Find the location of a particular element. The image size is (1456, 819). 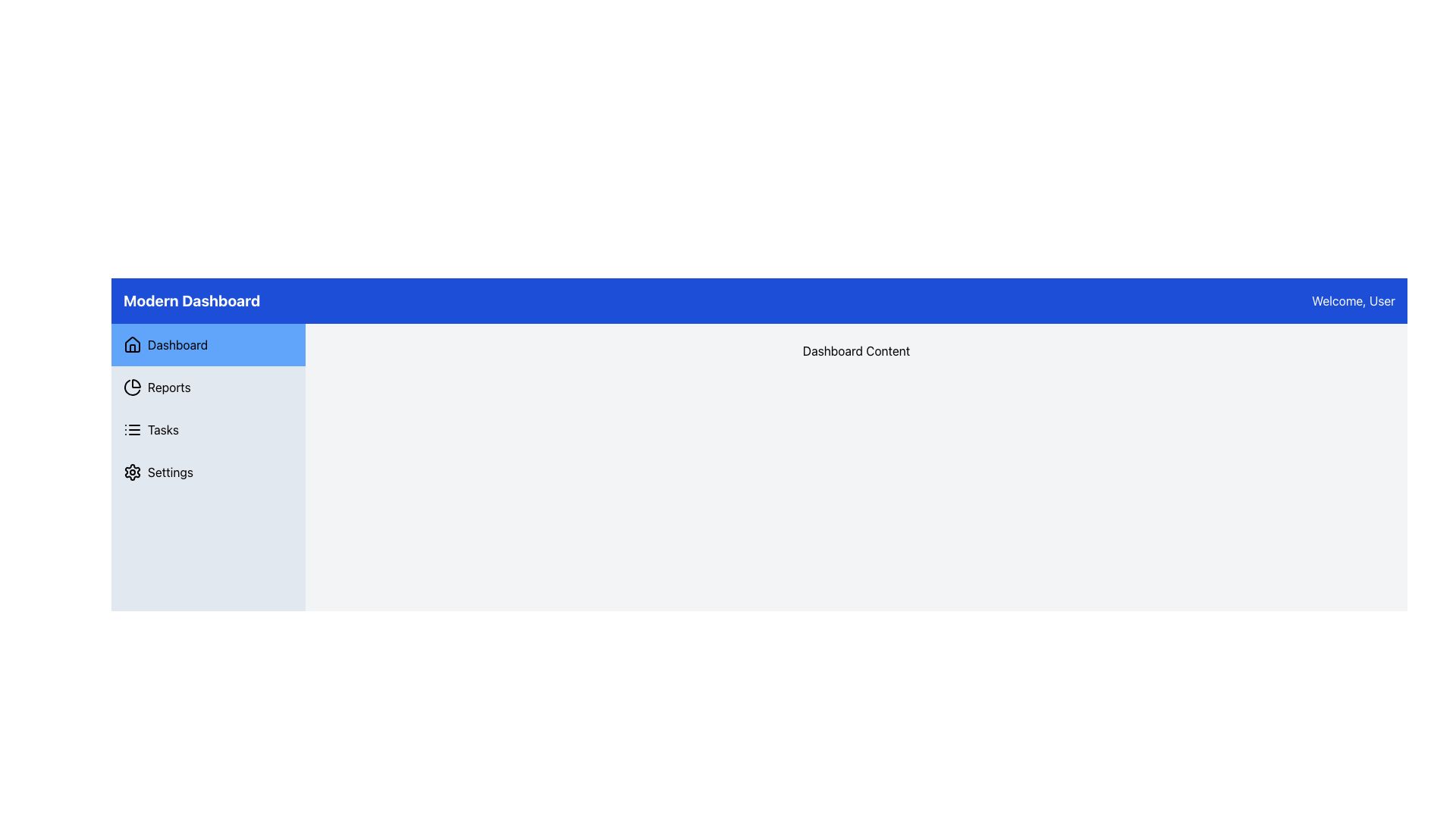

the 'Reports' text label in the sidebar menu is located at coordinates (169, 386).